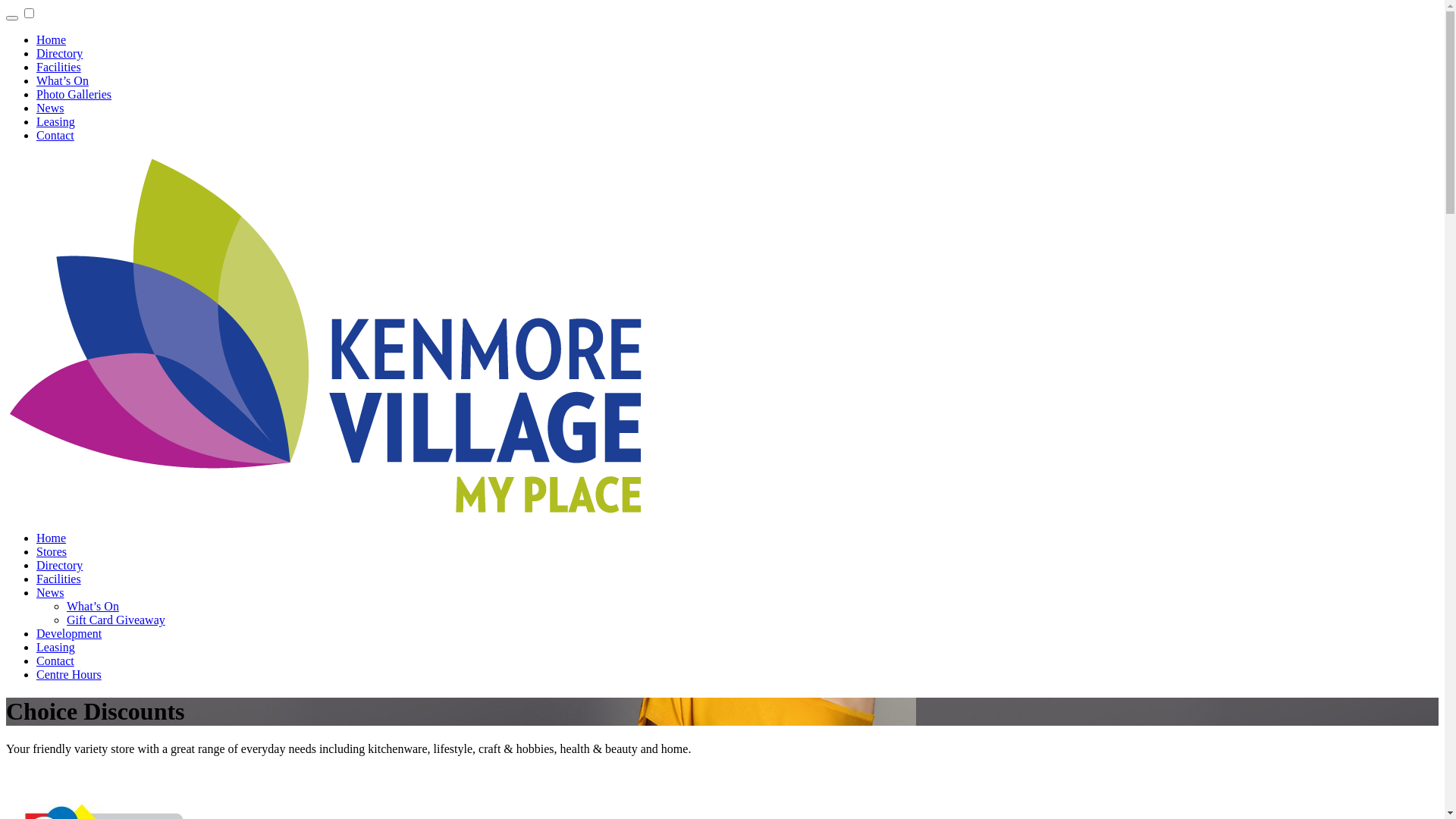 This screenshot has height=819, width=1456. I want to click on 'Development', so click(68, 633).